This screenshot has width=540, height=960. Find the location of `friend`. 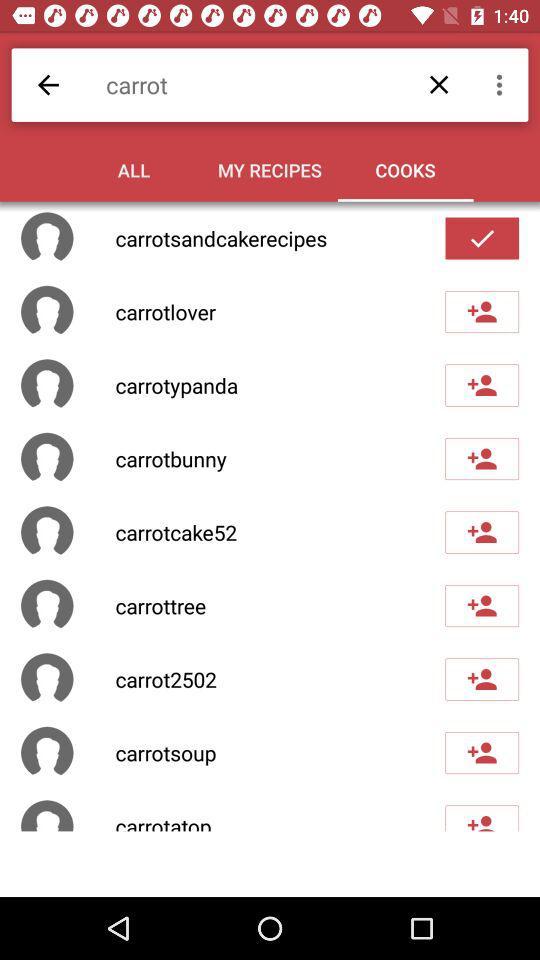

friend is located at coordinates (481, 312).